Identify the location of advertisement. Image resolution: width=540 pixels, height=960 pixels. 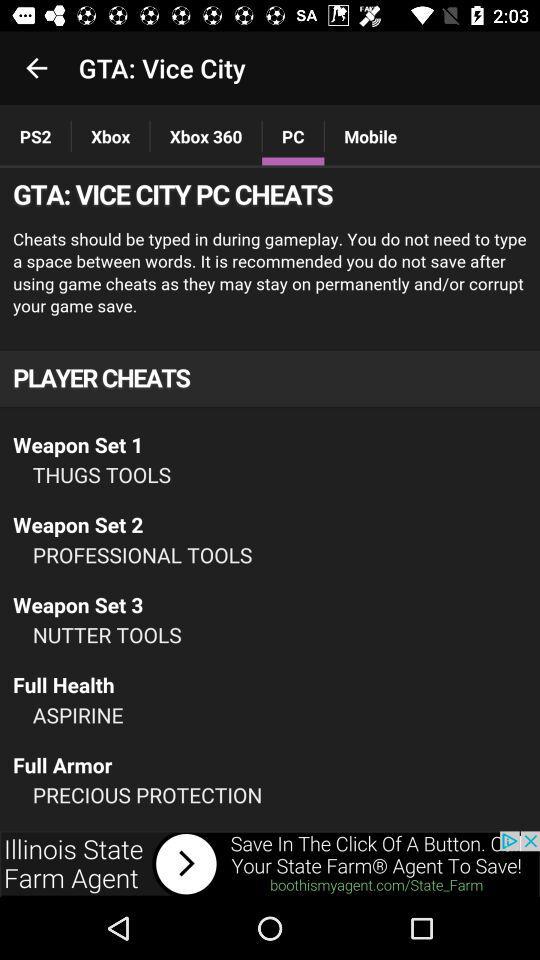
(270, 863).